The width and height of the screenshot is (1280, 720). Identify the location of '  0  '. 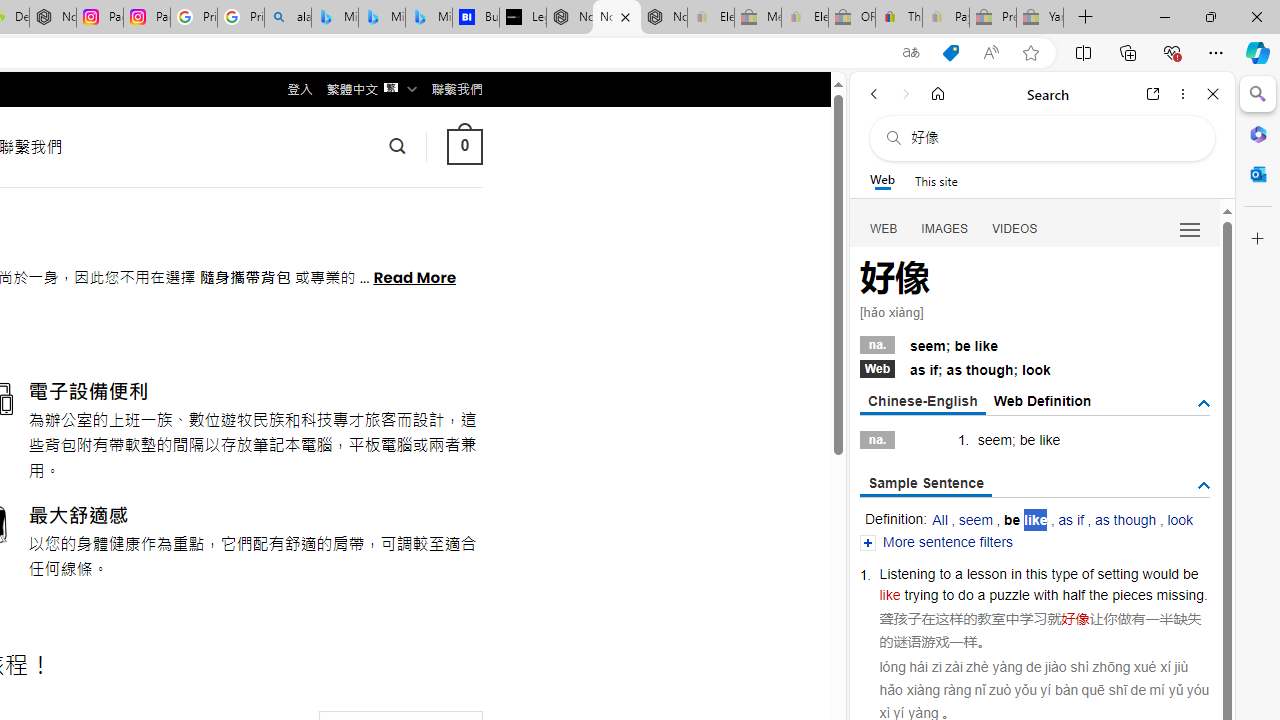
(463, 145).